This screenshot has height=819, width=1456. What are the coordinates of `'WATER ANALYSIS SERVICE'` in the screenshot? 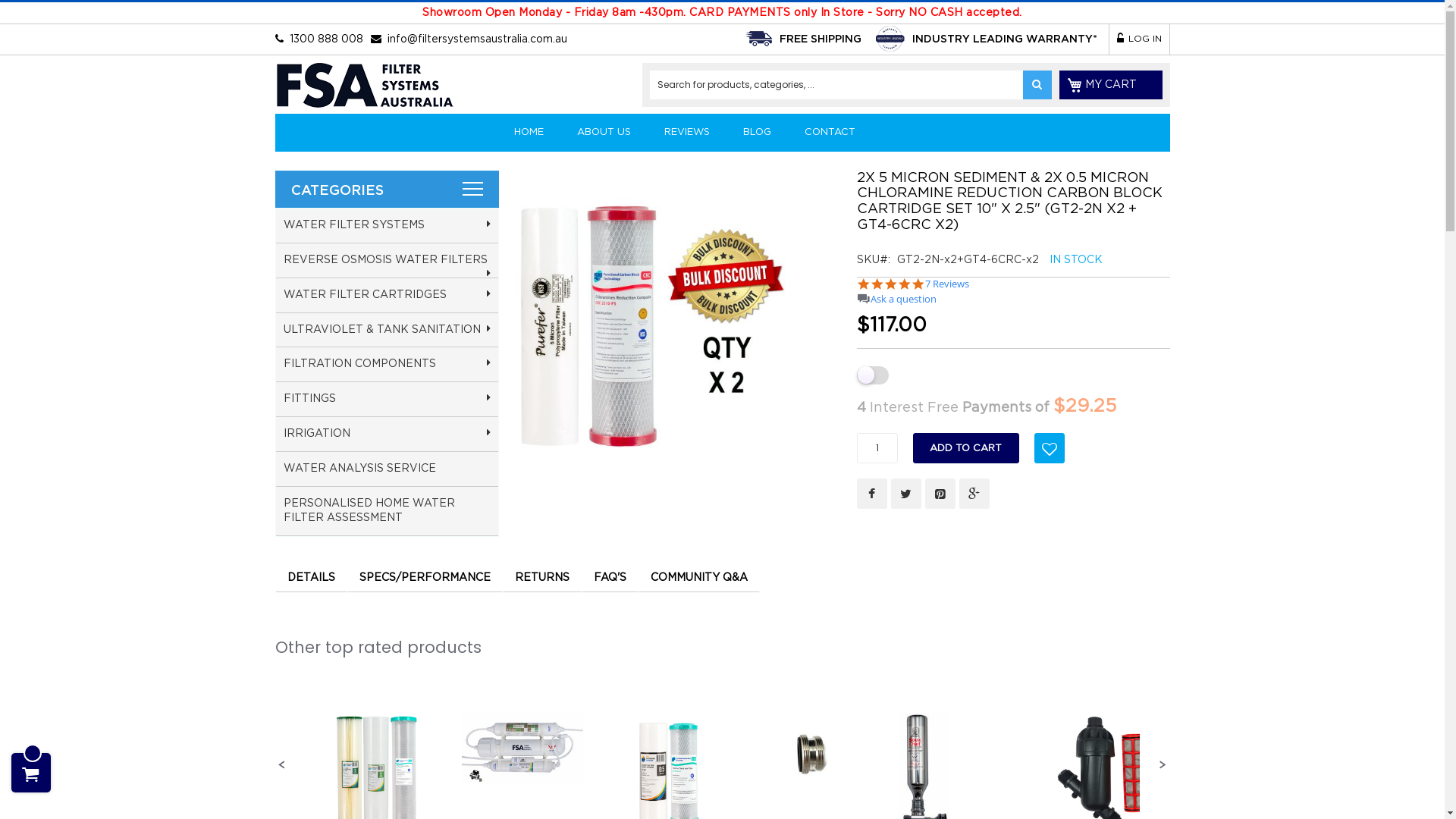 It's located at (387, 468).